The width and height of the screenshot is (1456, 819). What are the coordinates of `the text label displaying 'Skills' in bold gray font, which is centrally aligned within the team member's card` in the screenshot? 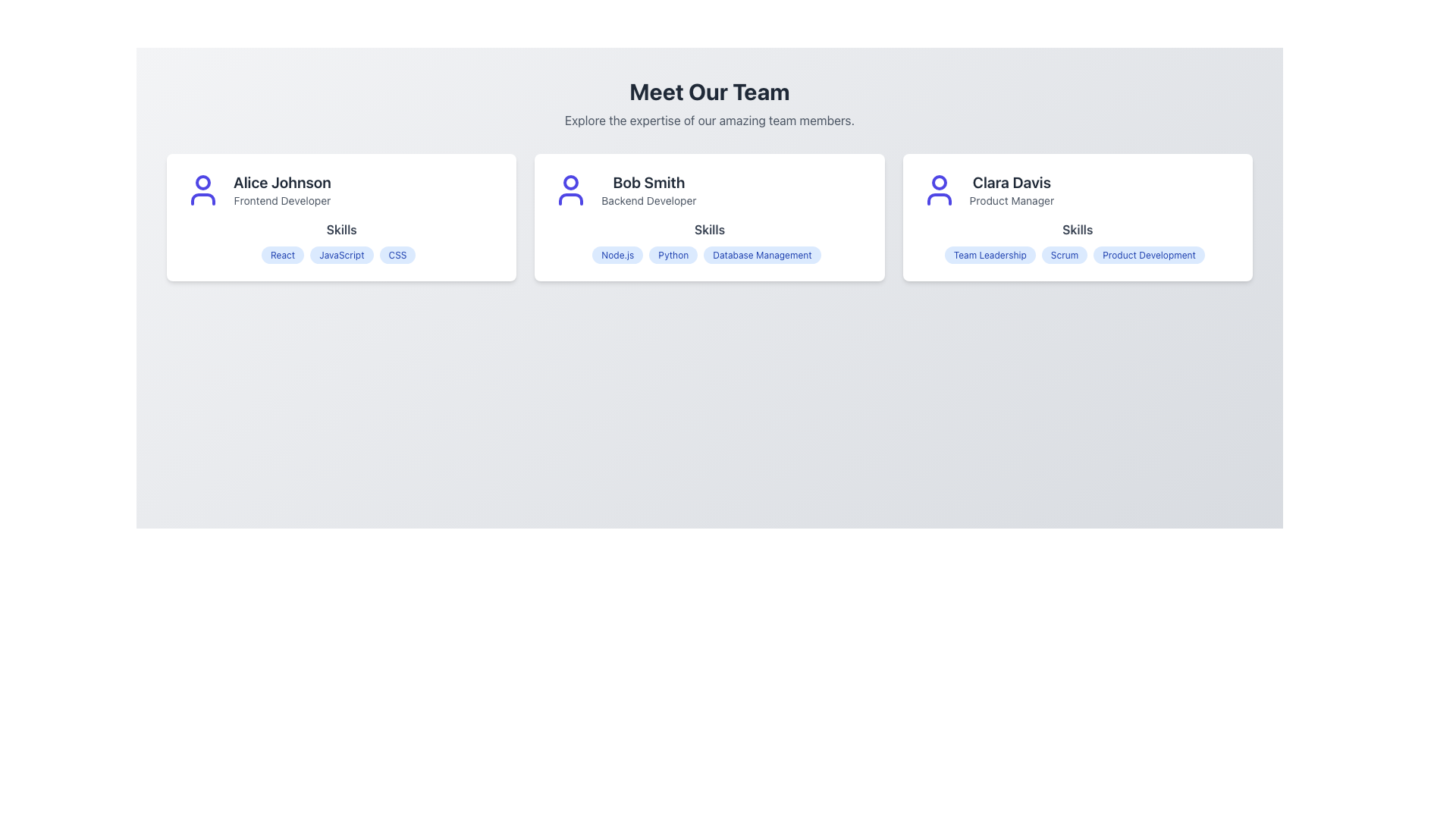 It's located at (340, 230).